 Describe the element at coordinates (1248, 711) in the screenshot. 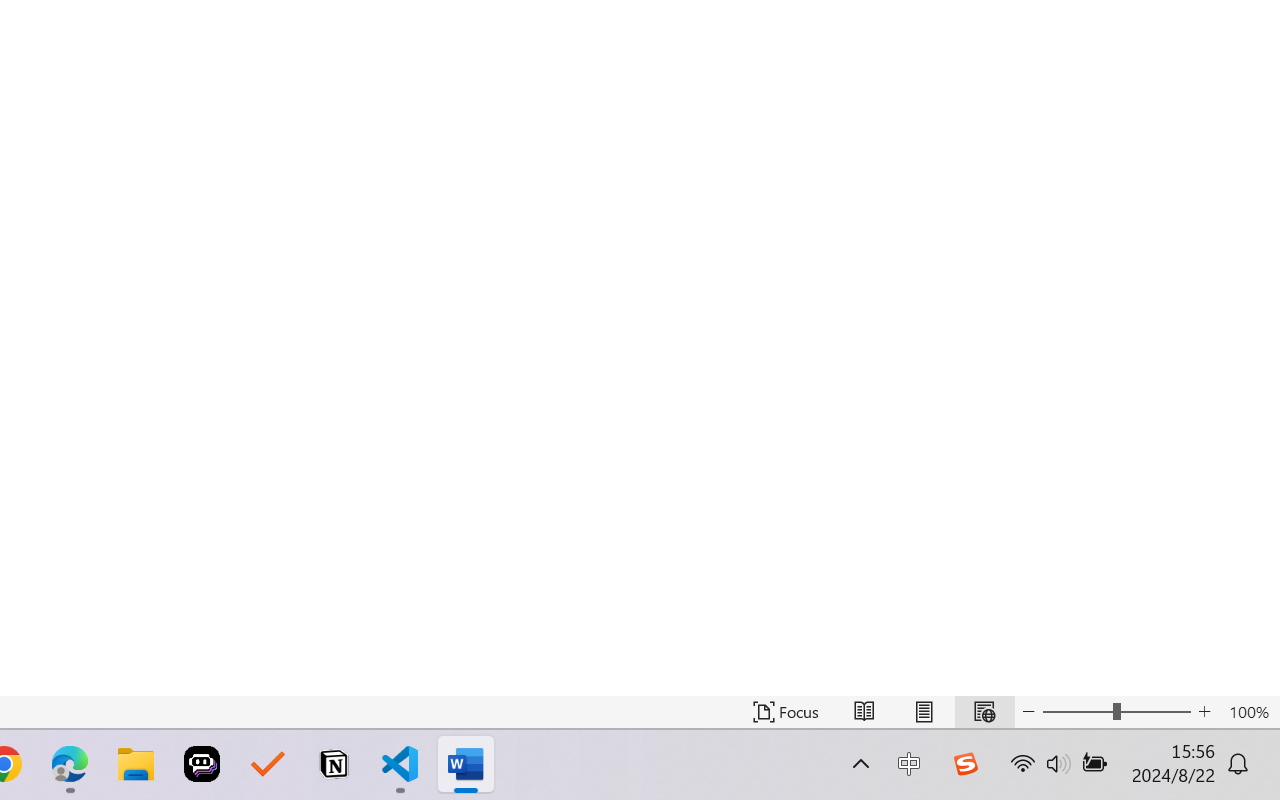

I see `'Zoom 100%'` at that location.